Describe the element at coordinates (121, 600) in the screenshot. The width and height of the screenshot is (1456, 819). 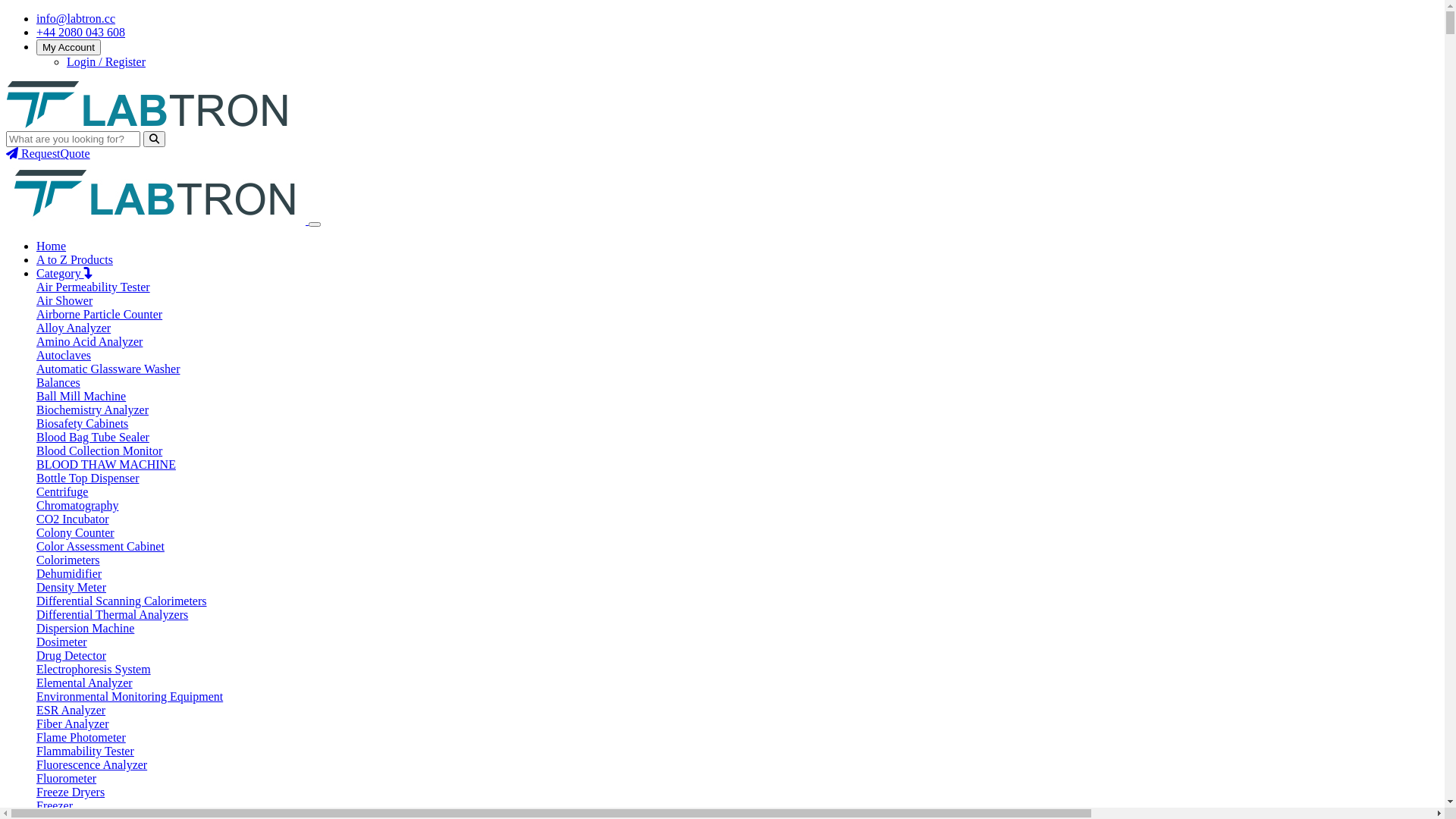
I see `'Differential Scanning Calorimeters'` at that location.